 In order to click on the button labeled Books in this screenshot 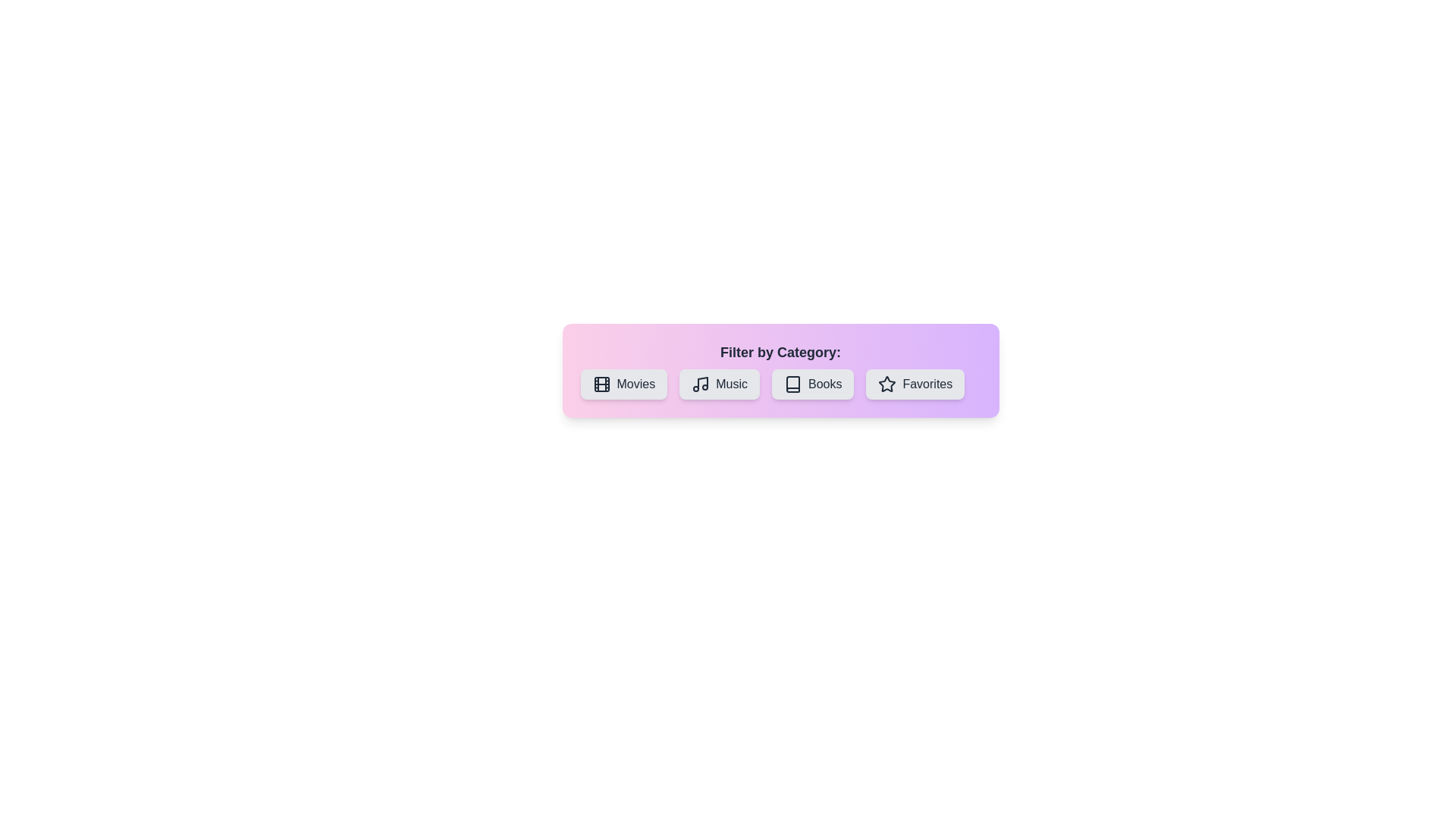, I will do `click(811, 383)`.